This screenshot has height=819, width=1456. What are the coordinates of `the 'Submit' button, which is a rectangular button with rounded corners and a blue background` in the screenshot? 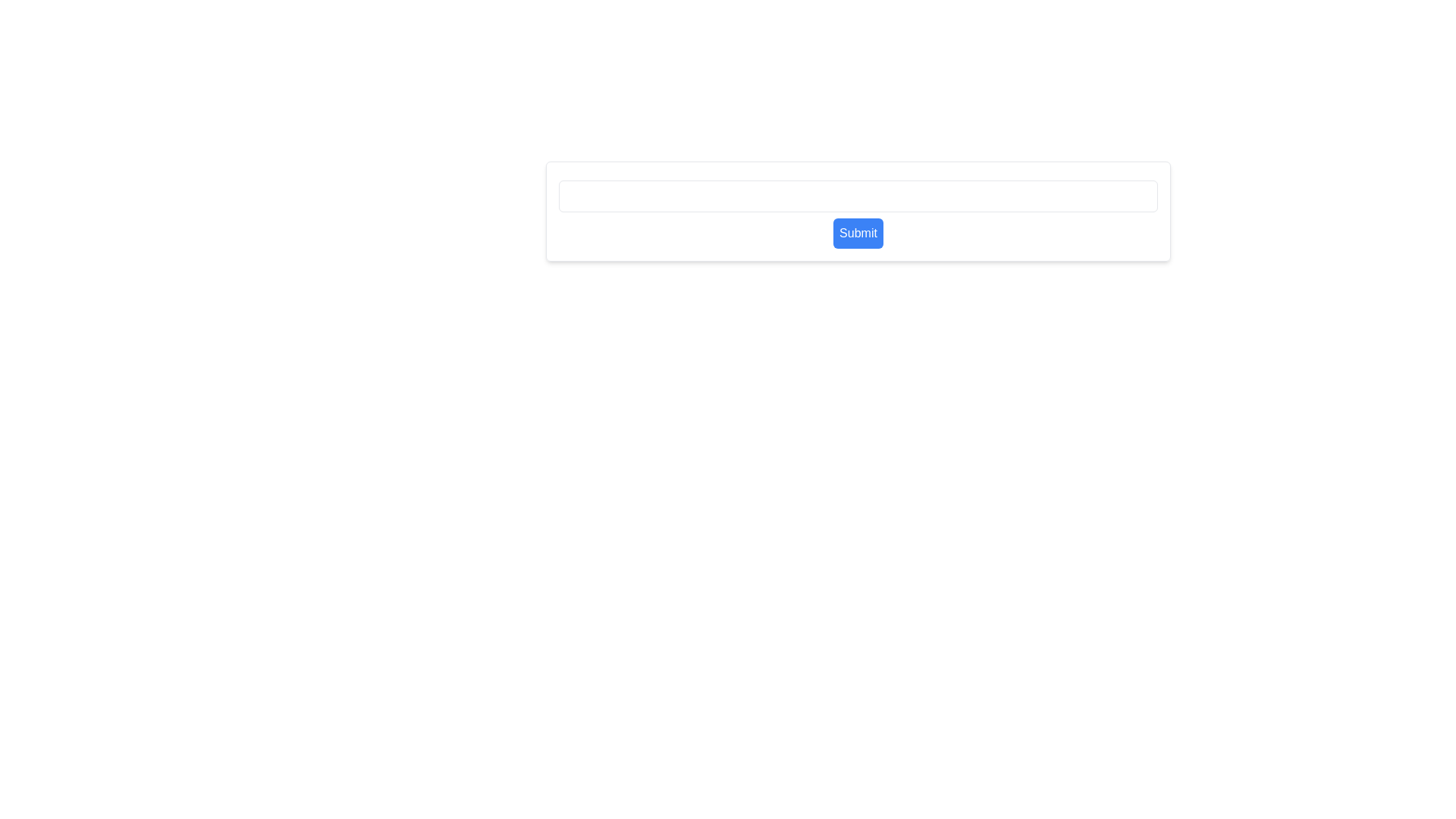 It's located at (858, 234).